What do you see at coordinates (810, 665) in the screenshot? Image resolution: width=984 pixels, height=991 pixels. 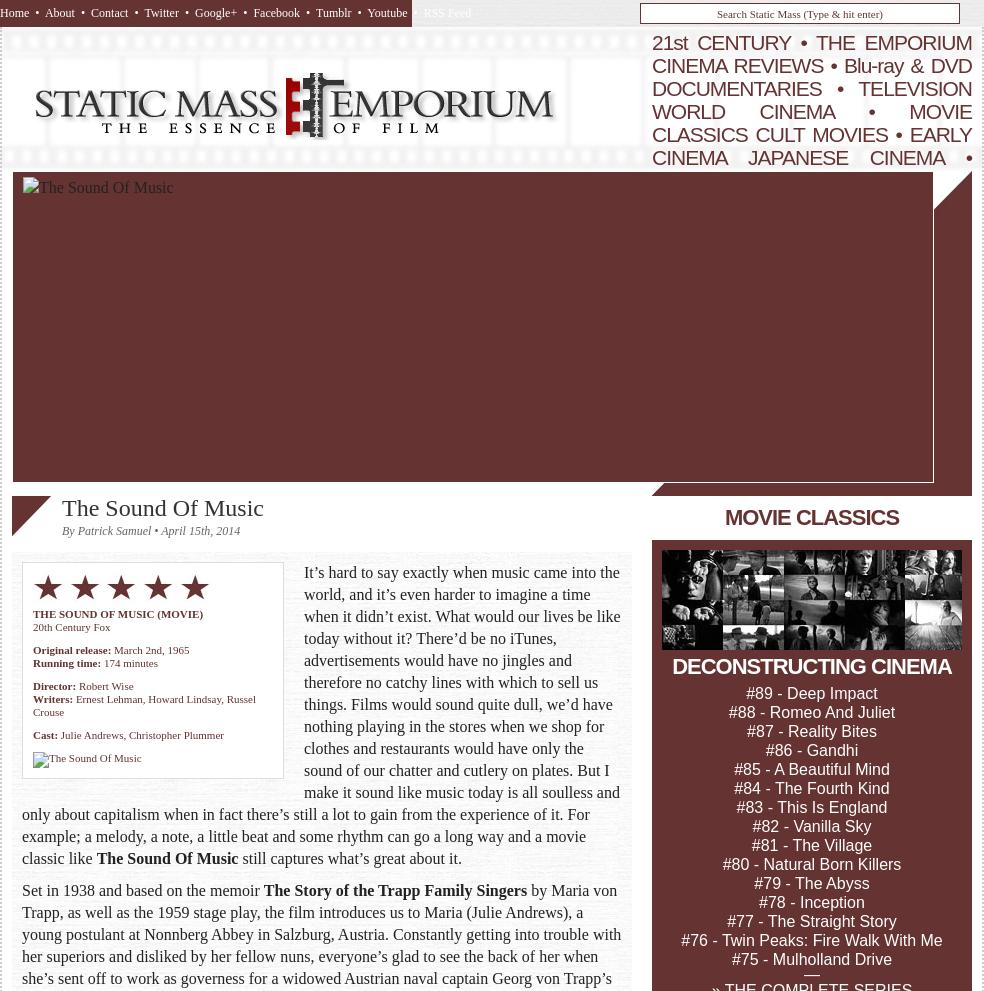 I see `'DECONSTRUCTING CINEMA'` at bounding box center [810, 665].